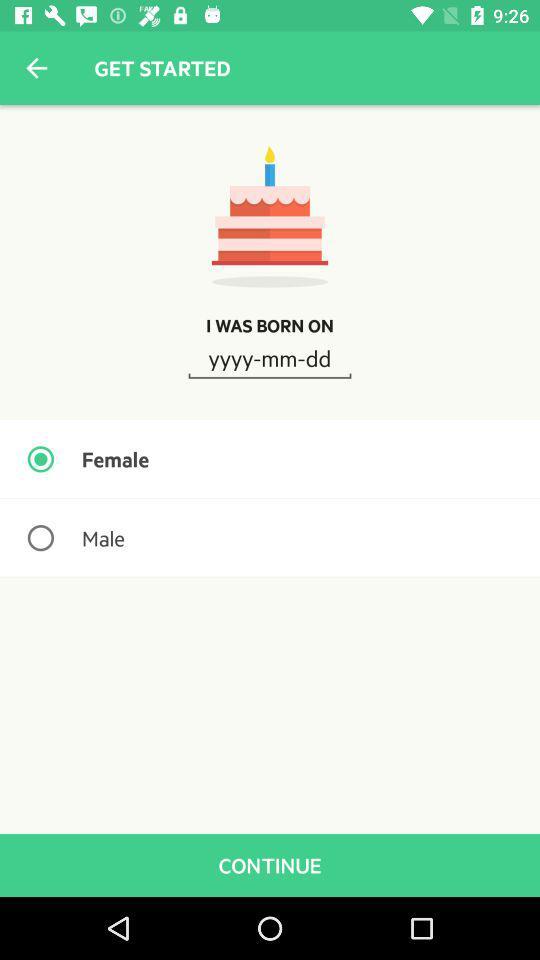  What do you see at coordinates (36, 68) in the screenshot?
I see `the item next to the get started item` at bounding box center [36, 68].